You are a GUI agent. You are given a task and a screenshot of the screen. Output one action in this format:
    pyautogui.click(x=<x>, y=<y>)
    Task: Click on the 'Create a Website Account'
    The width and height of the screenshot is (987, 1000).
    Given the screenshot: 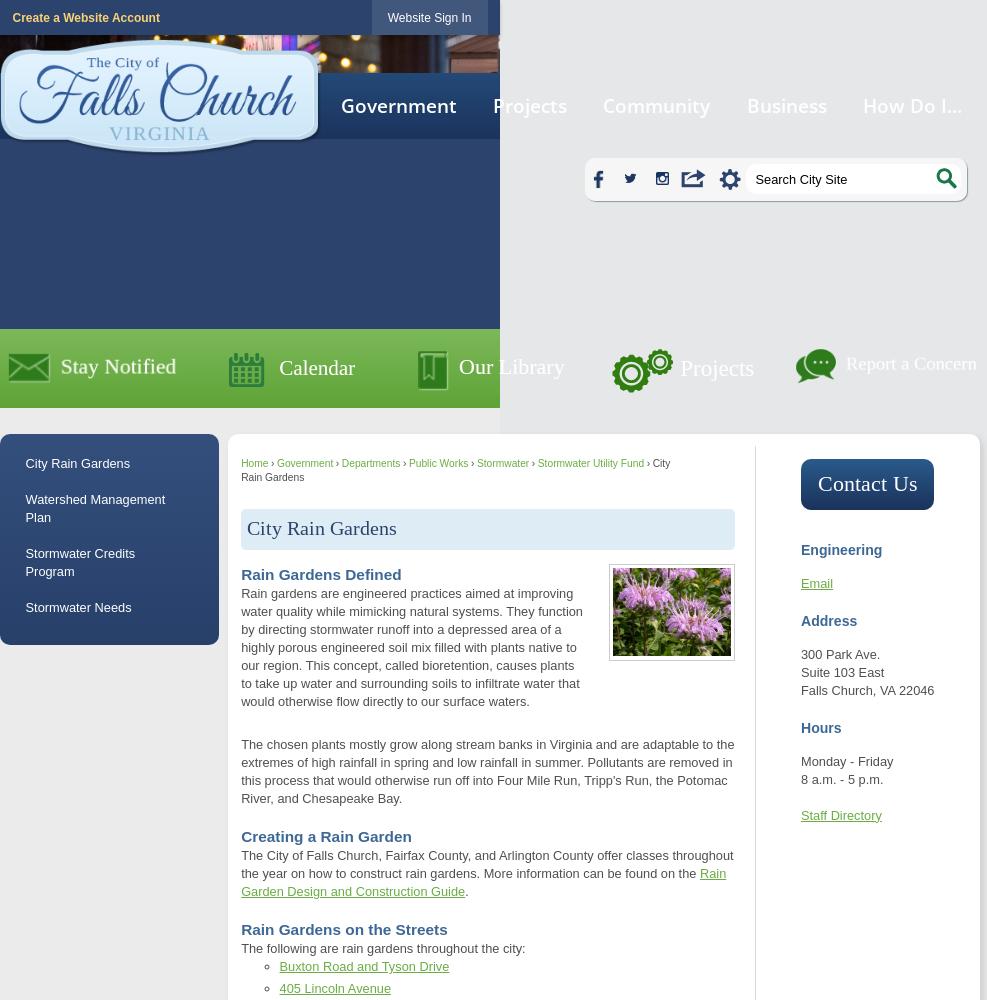 What is the action you would take?
    pyautogui.click(x=85, y=18)
    